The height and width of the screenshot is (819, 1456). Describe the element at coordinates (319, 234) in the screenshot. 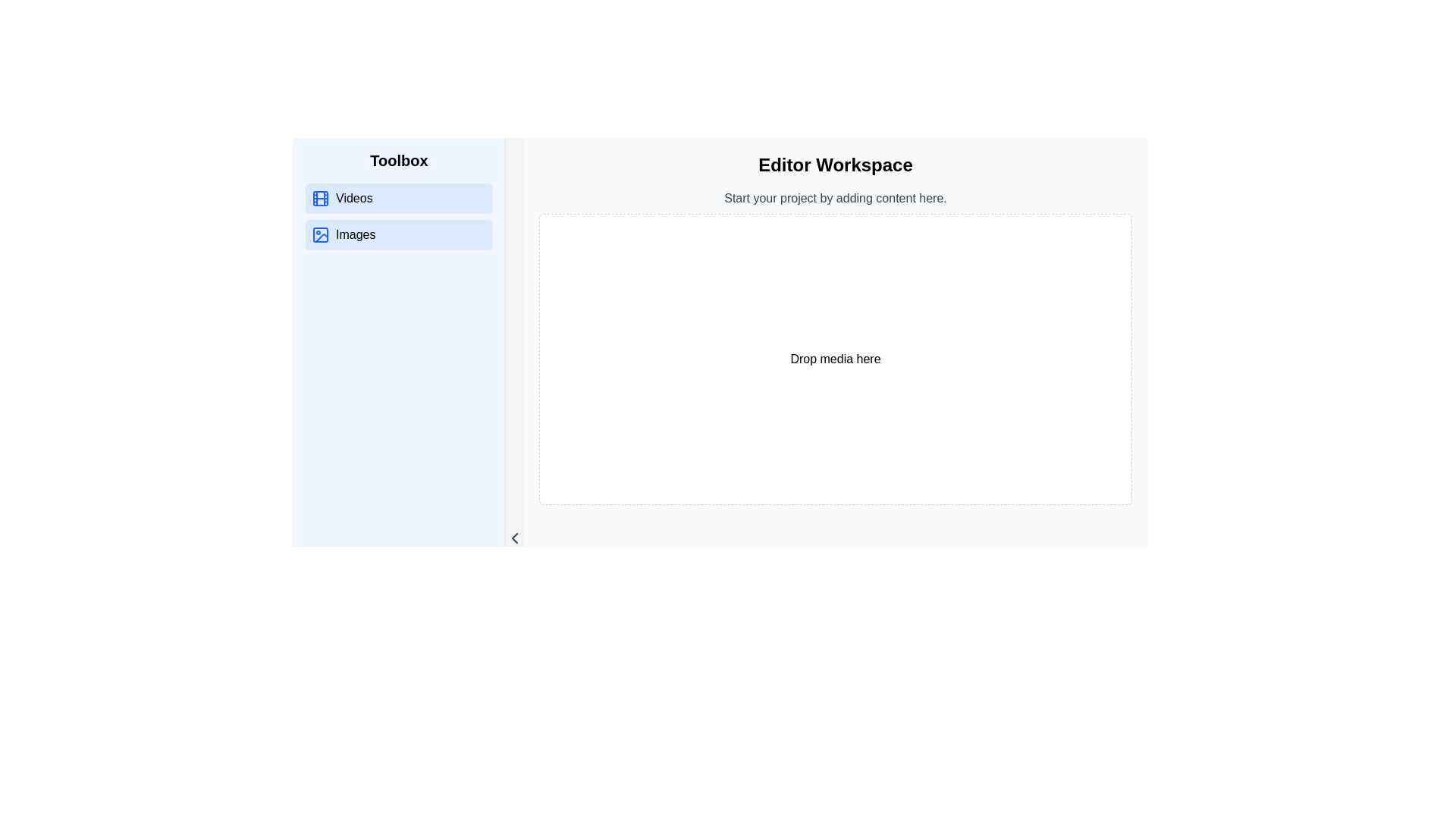

I see `the blue picture frame icon located in the left navigation section, which is part of the button containing the text 'Images'` at that location.